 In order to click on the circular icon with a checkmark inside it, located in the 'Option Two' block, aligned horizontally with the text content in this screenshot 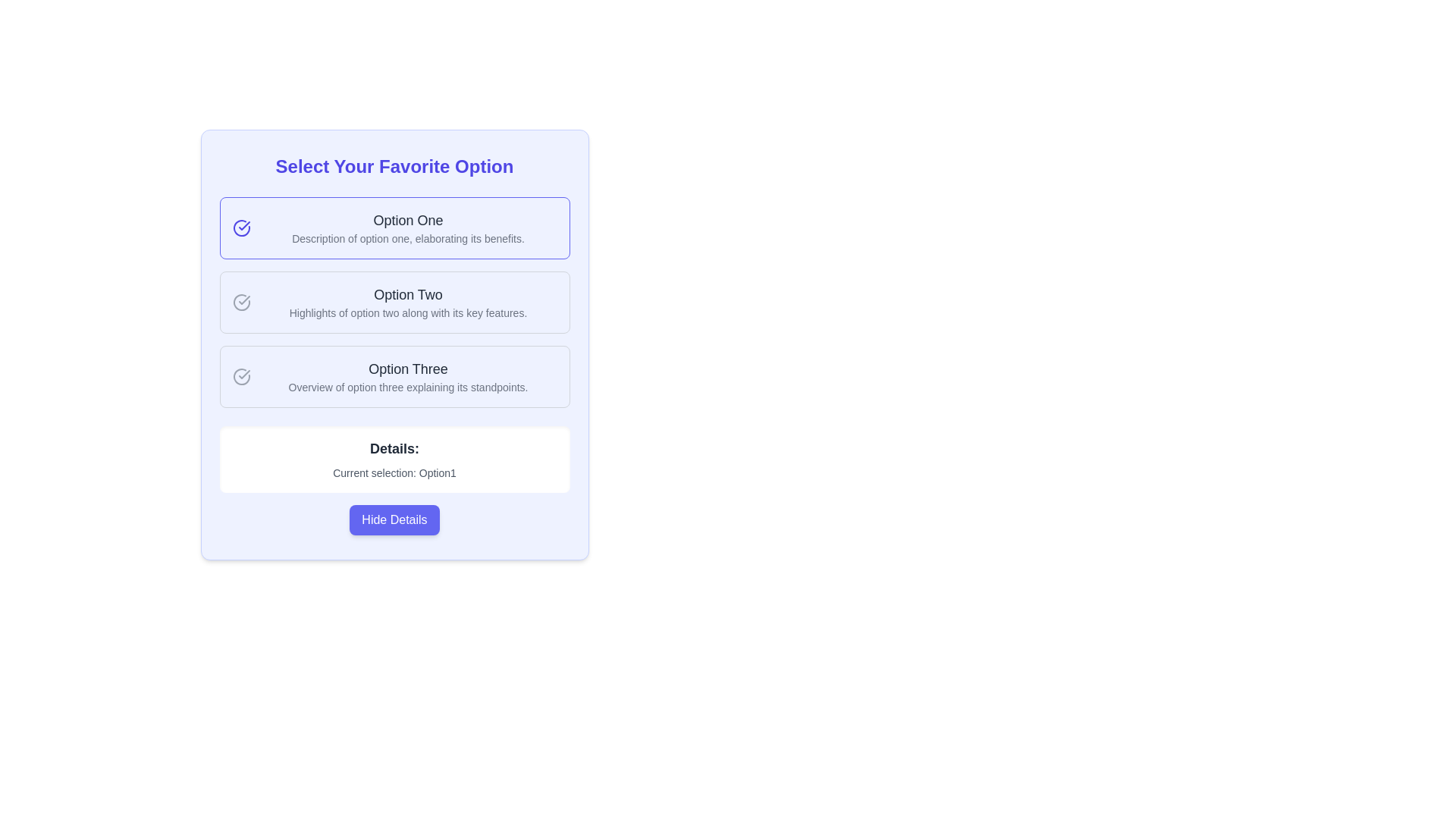, I will do `click(240, 302)`.